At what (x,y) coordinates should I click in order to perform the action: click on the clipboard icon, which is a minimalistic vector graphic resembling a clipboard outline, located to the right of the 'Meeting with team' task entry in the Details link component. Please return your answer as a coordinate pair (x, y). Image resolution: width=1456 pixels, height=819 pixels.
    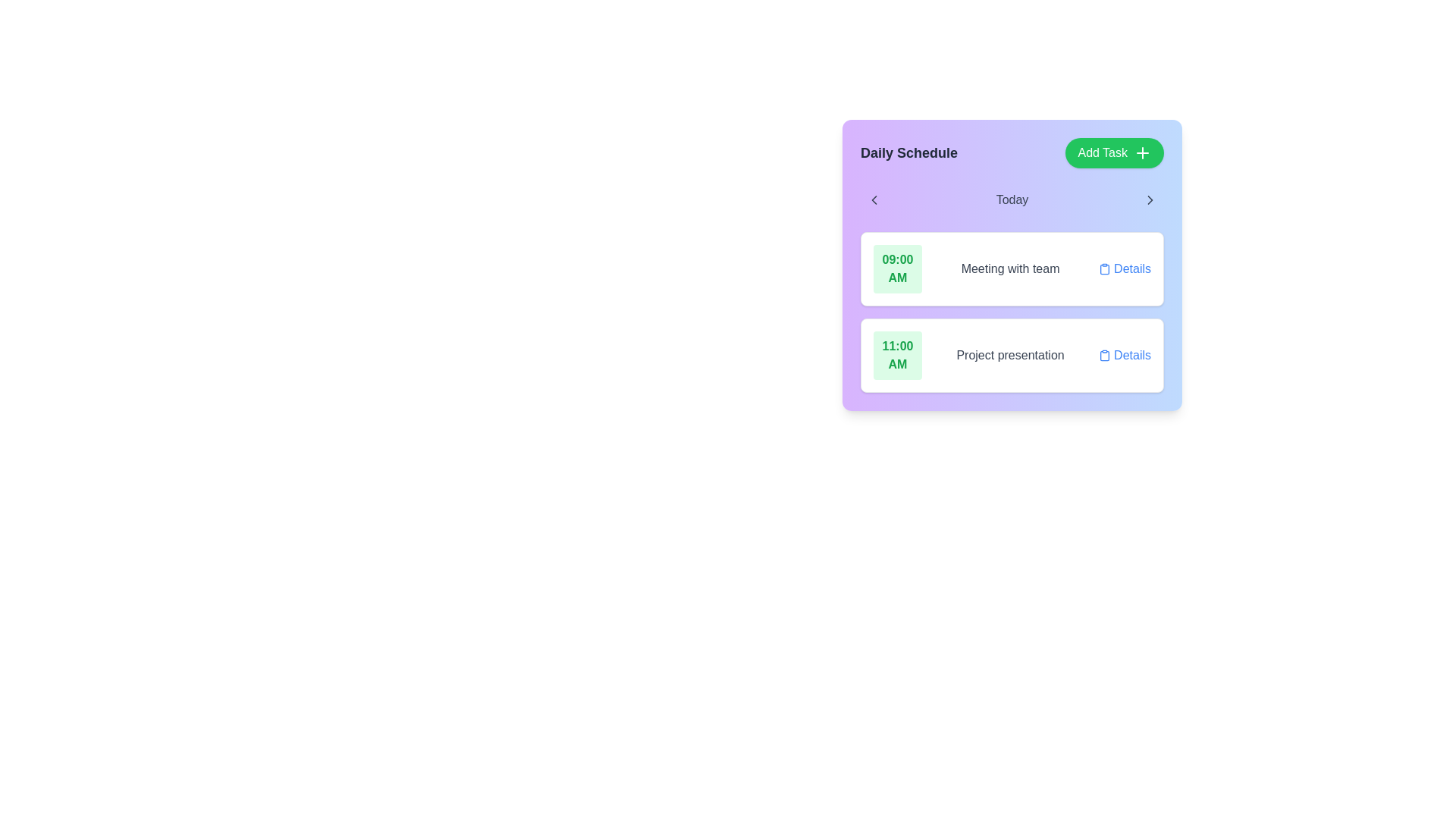
    Looking at the image, I should click on (1105, 268).